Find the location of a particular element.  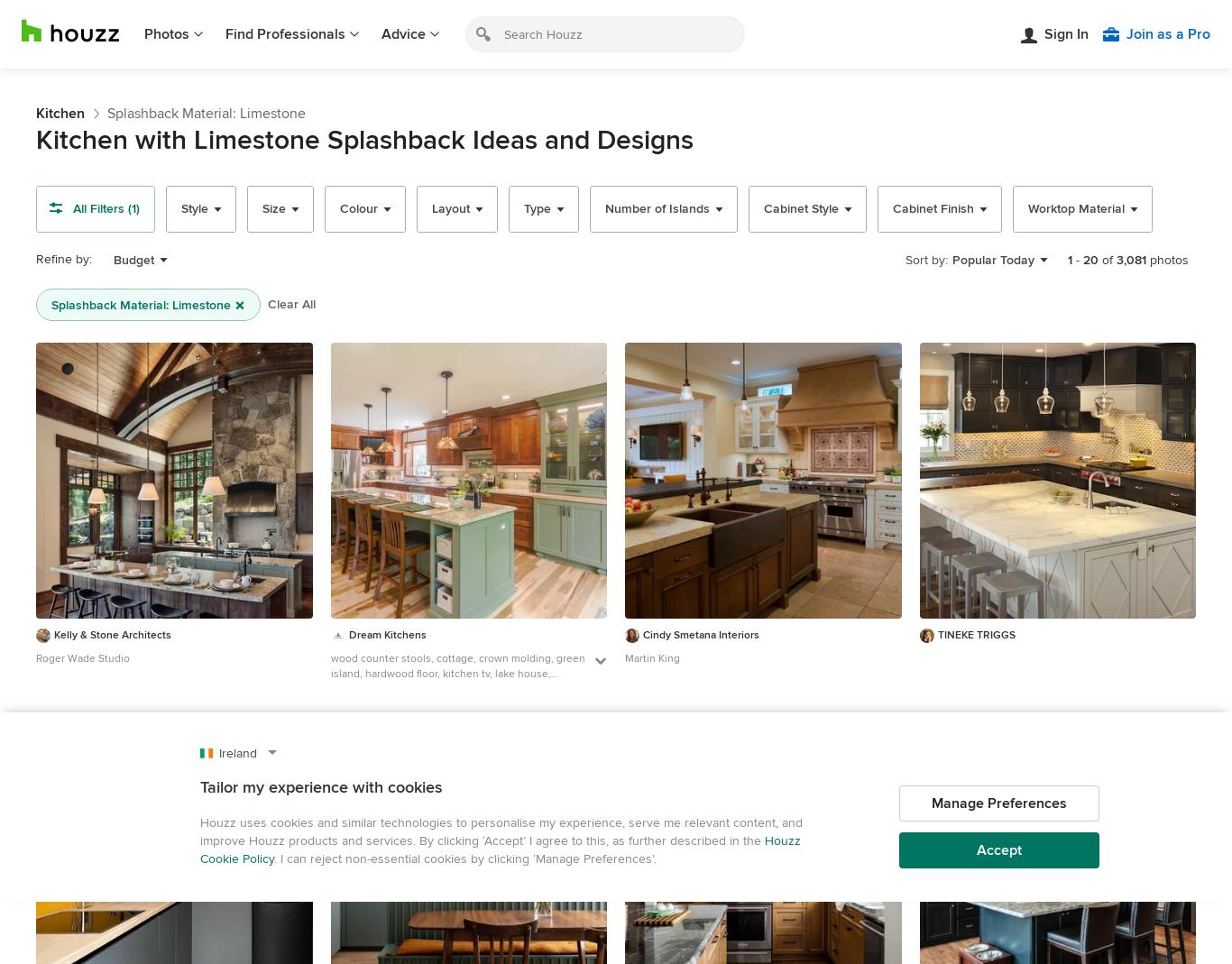

'Cabinet Finish' is located at coordinates (933, 207).